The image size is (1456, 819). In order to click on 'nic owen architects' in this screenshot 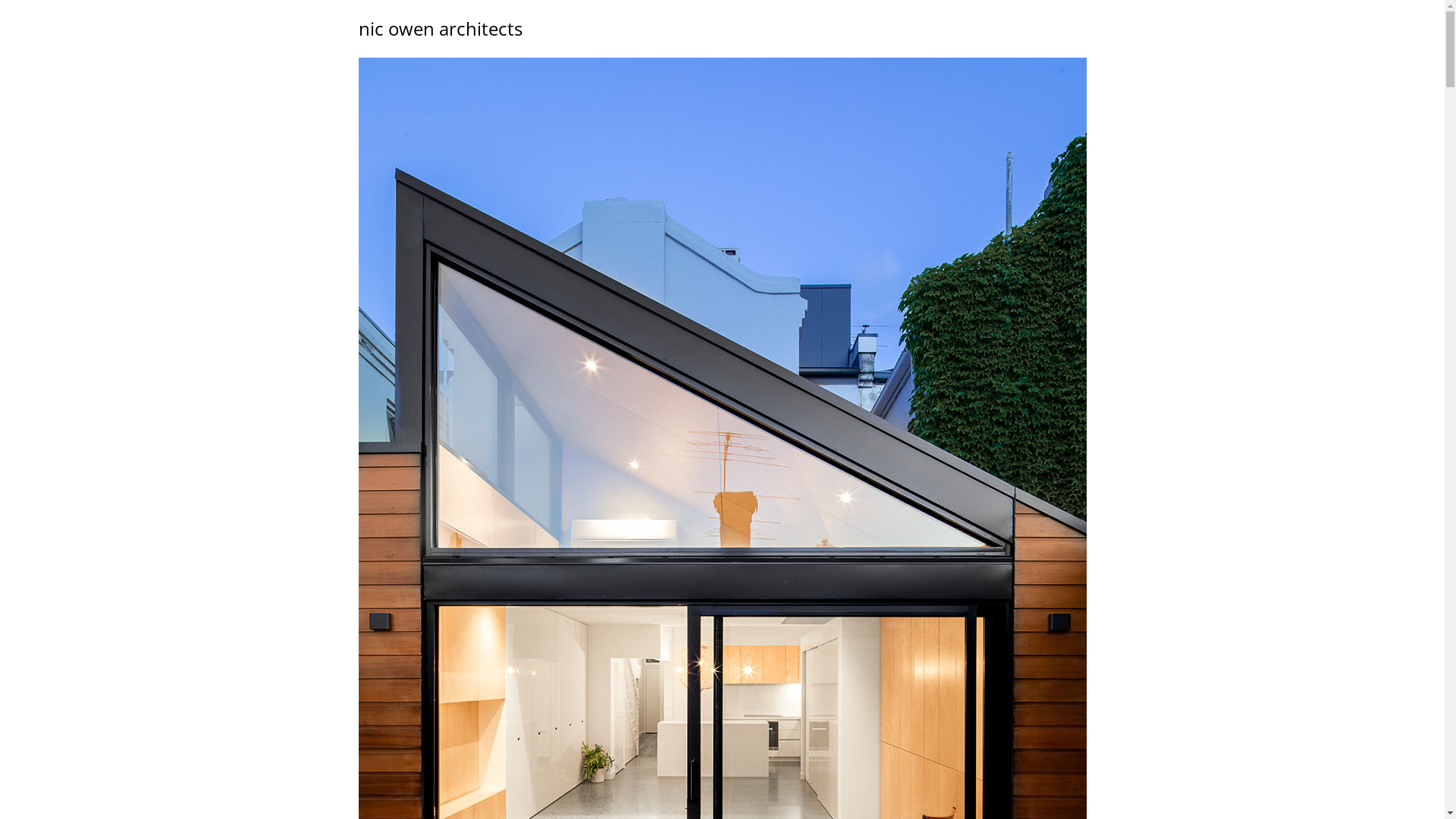, I will do `click(439, 28)`.